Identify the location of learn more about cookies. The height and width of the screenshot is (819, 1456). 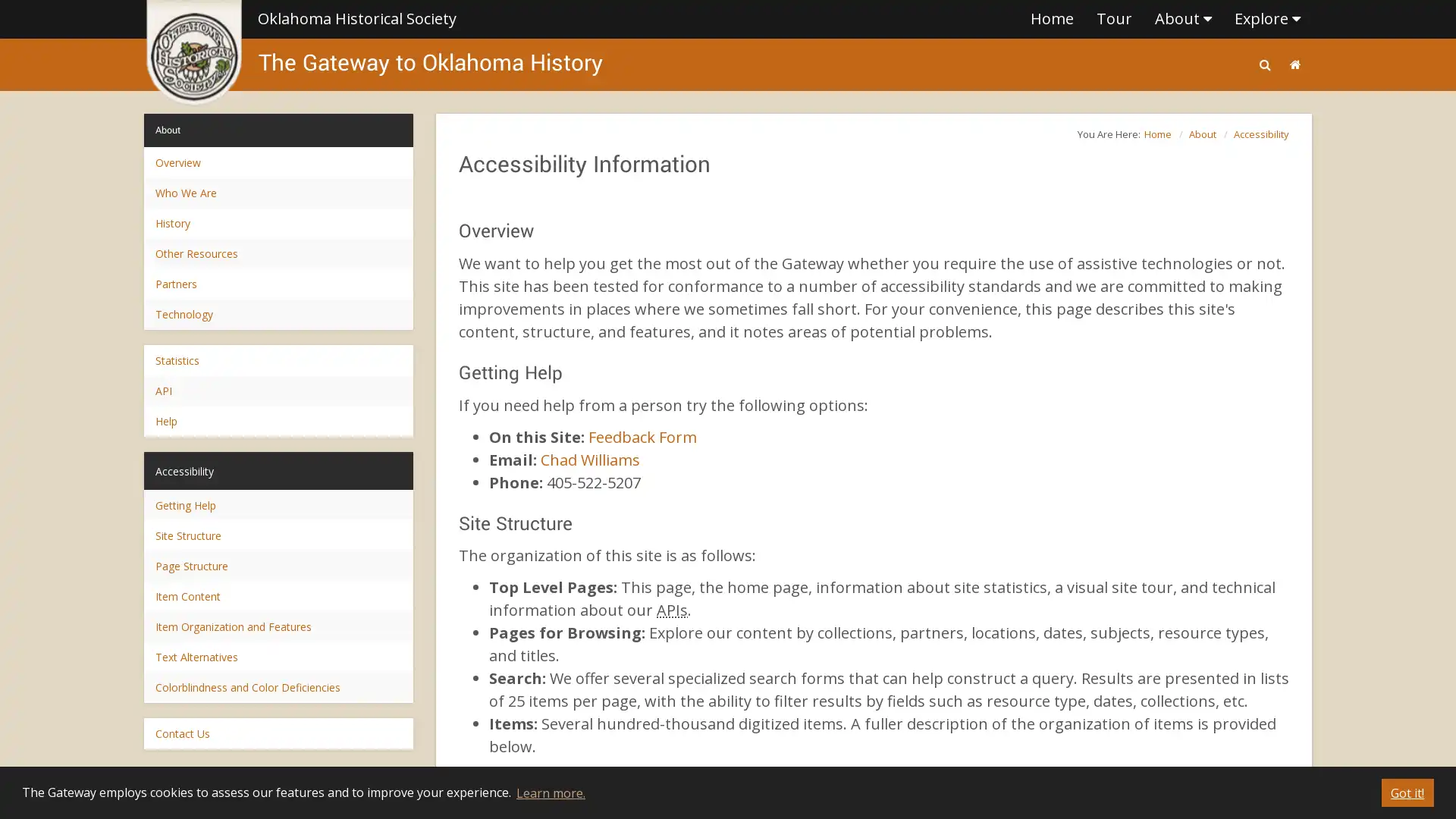
(549, 792).